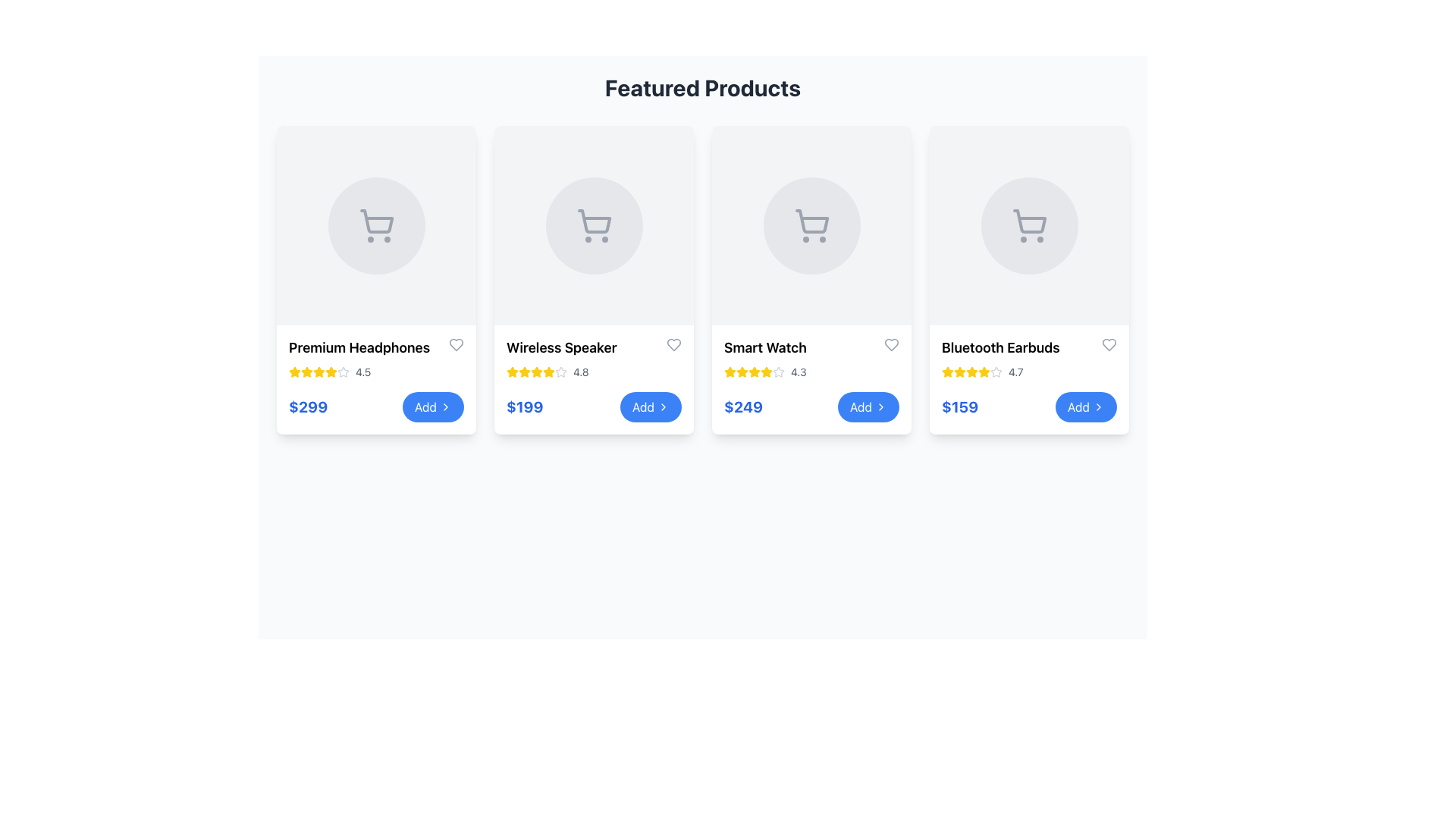  I want to click on the third yellow star icon in the rating component of the Smart Watch product card to rate it, so click(767, 372).